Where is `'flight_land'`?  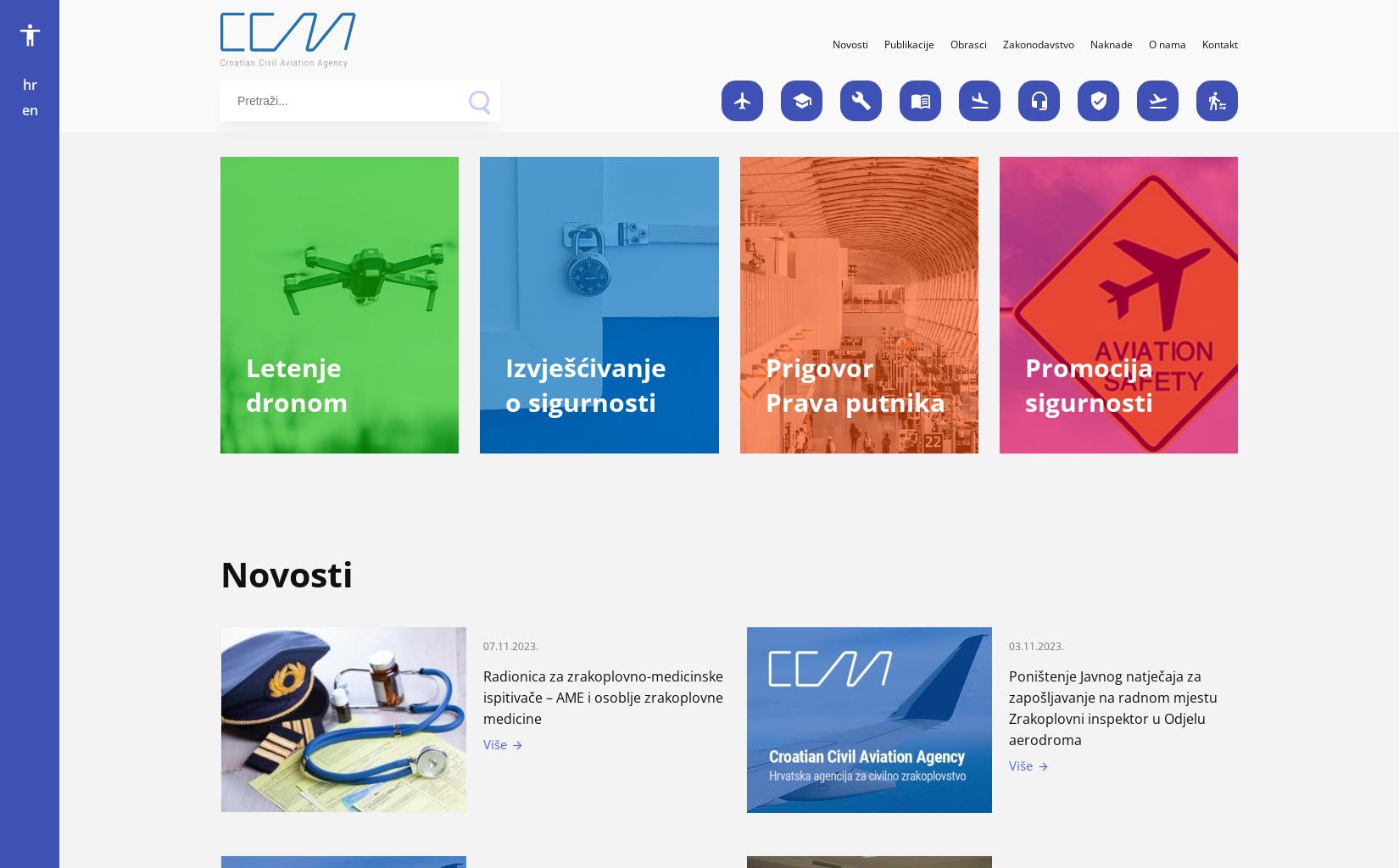
'flight_land' is located at coordinates (968, 99).